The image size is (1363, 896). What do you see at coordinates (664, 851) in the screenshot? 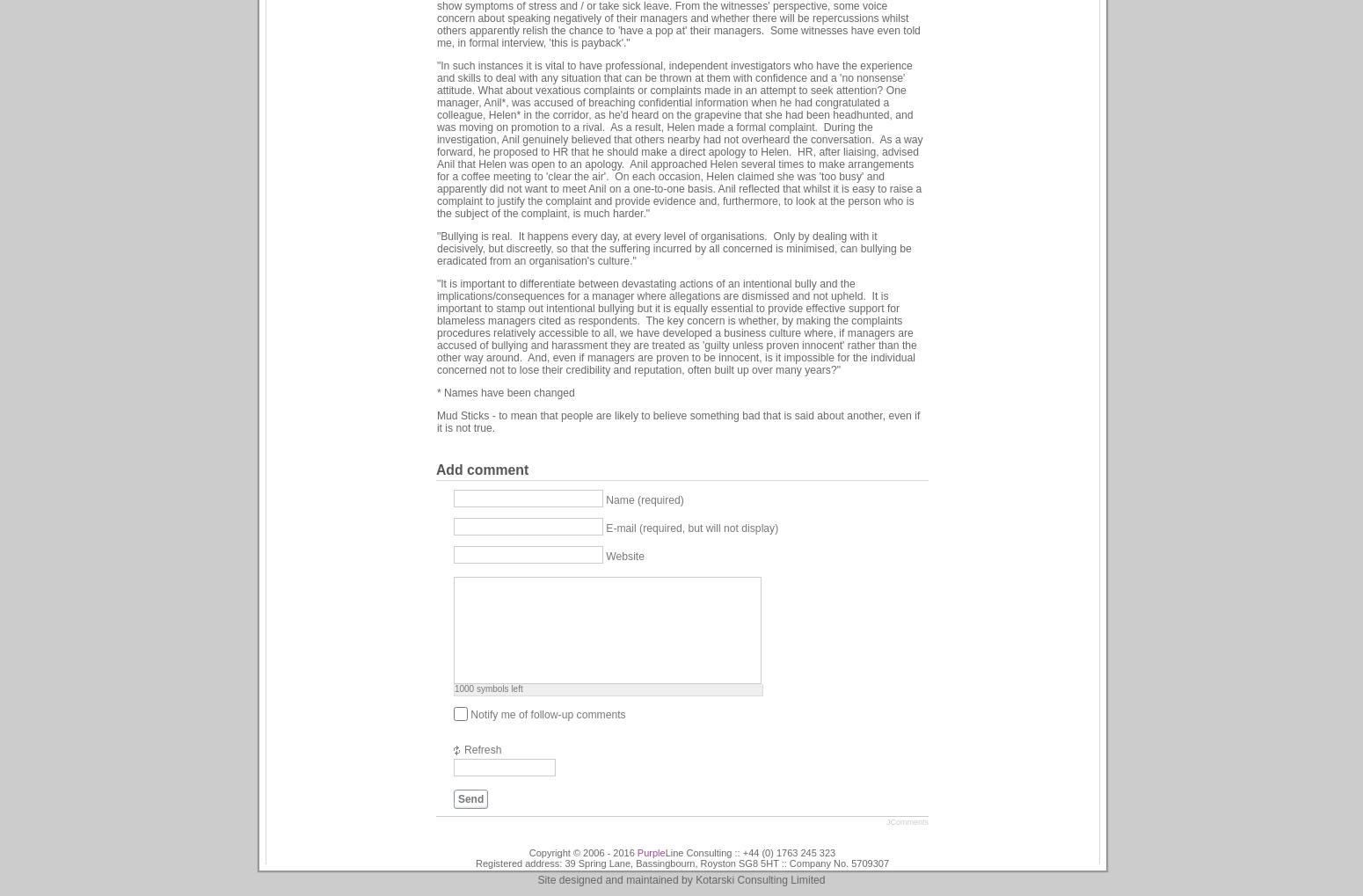
I see `'Line Consulting :: +44 (0) 1763 245 323'` at bounding box center [664, 851].